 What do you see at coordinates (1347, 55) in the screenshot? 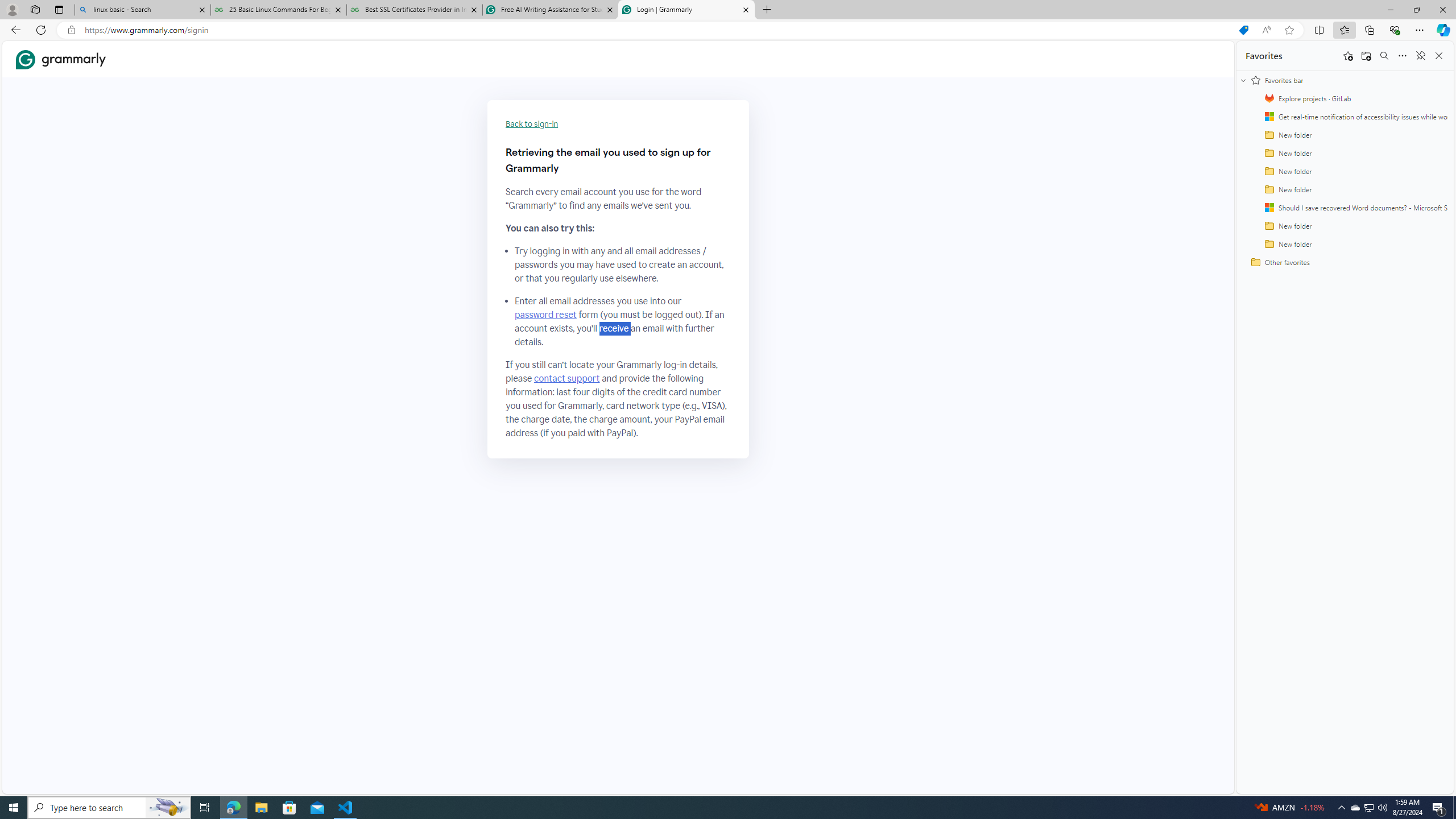
I see `'Add this page to favorites'` at bounding box center [1347, 55].